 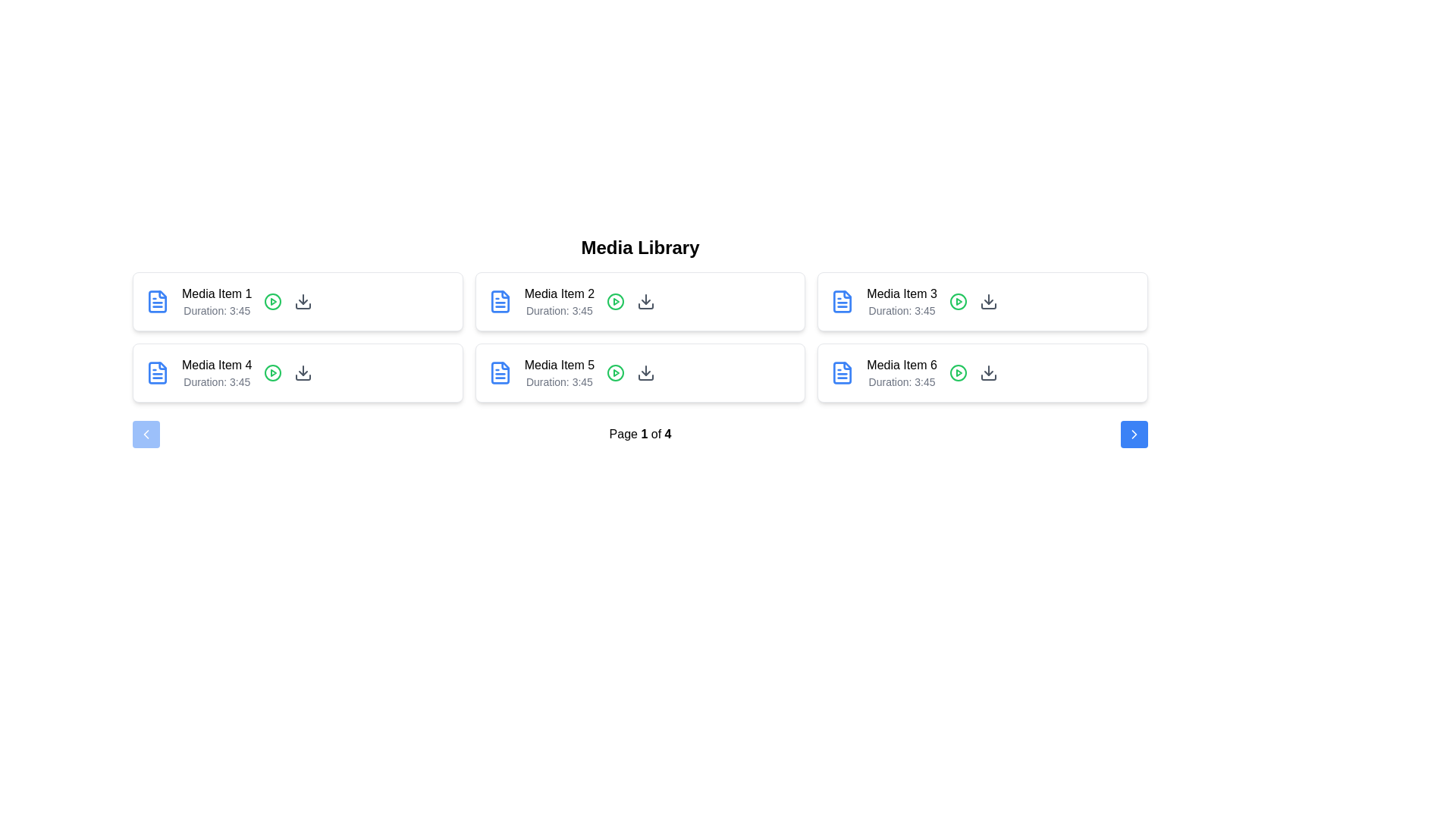 What do you see at coordinates (902, 309) in the screenshot?
I see `the informational text label displaying the duration of 'Media Item 3', located directly below the title in the top-right quadrant of the layout` at bounding box center [902, 309].